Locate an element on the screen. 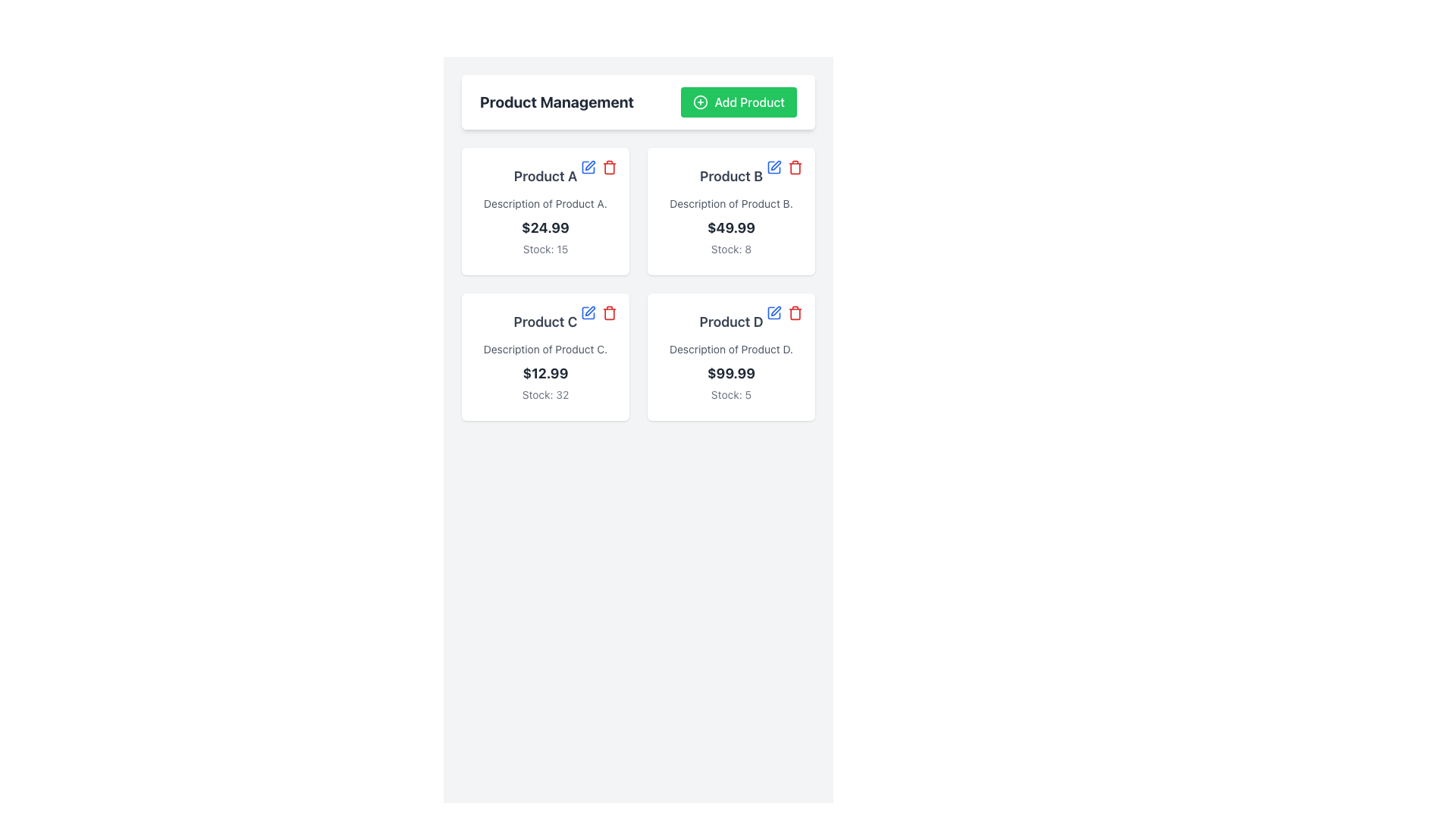  the text indicating the current stock quantity for 'Product D', located directly below the price '$99.99' is located at coordinates (731, 394).